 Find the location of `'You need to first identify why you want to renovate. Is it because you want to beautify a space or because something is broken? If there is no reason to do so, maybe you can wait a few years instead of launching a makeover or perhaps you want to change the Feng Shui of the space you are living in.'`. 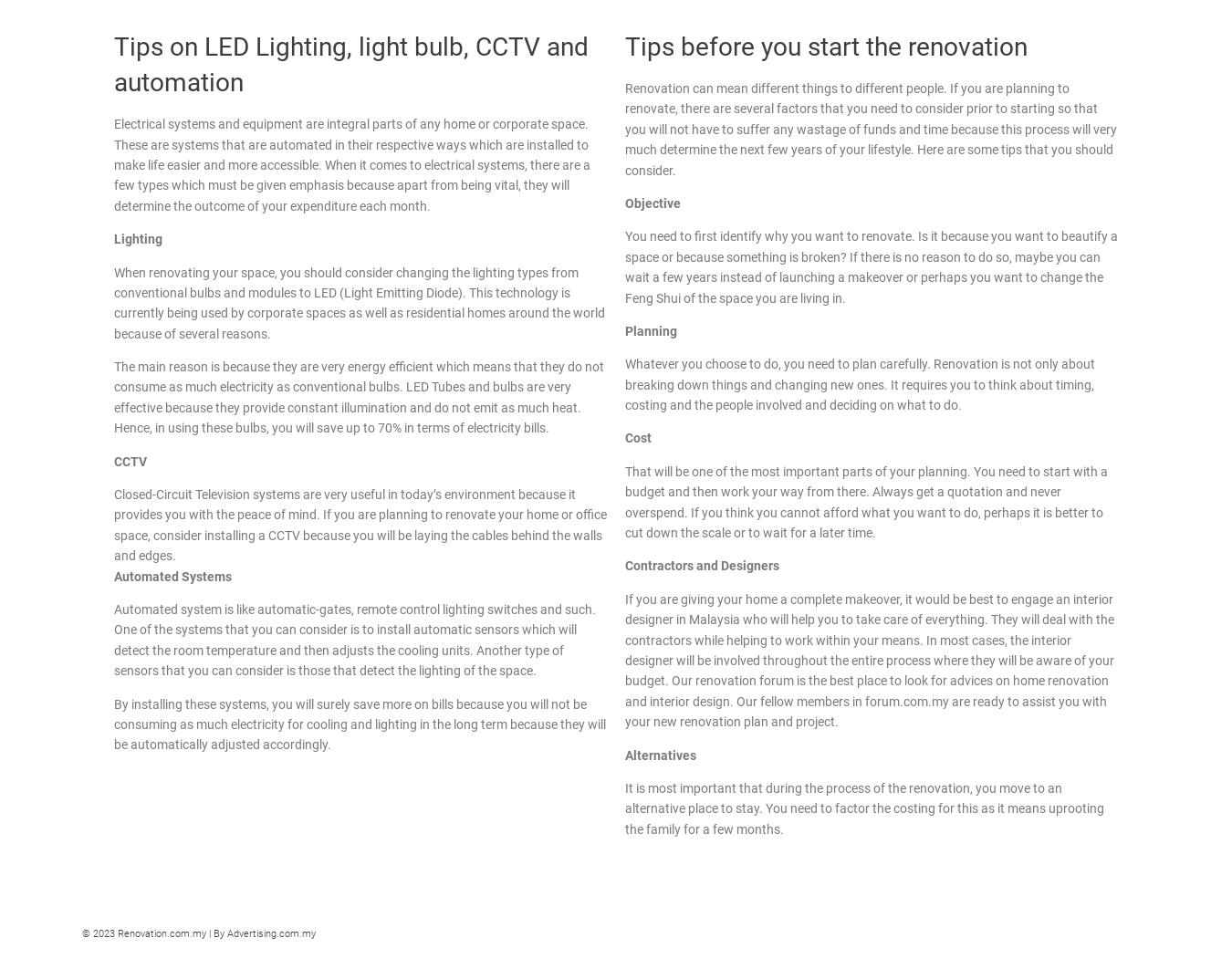

'You need to first identify why you want to renovate. Is it because you want to beautify a space or because something is broken? If there is no reason to do so, maybe you can wait a few years instead of launching a makeover or perhaps you want to change the Feng Shui of the space you are living in.' is located at coordinates (870, 266).